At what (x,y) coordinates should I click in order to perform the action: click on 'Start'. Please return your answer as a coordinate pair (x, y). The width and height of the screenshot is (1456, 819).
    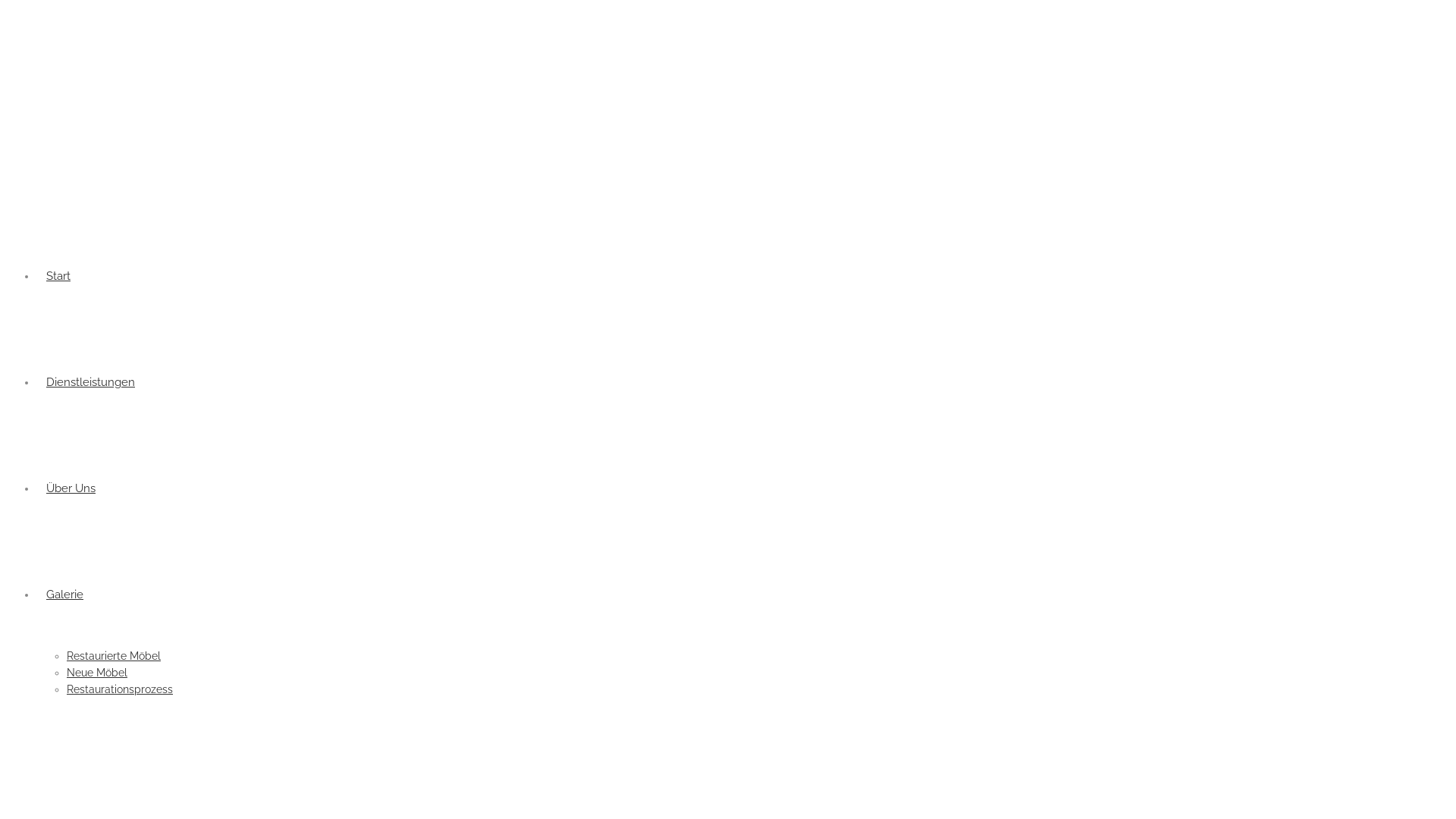
    Looking at the image, I should click on (36, 275).